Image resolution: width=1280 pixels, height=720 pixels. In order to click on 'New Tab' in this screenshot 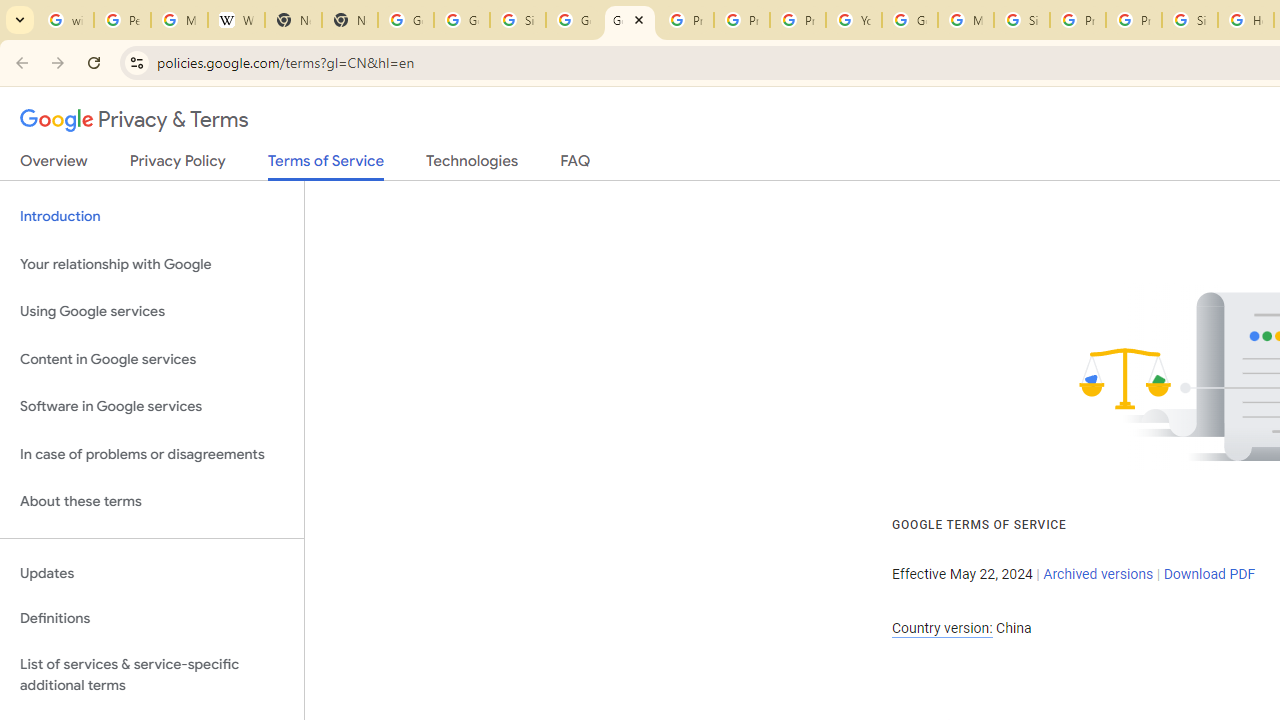, I will do `click(350, 20)`.